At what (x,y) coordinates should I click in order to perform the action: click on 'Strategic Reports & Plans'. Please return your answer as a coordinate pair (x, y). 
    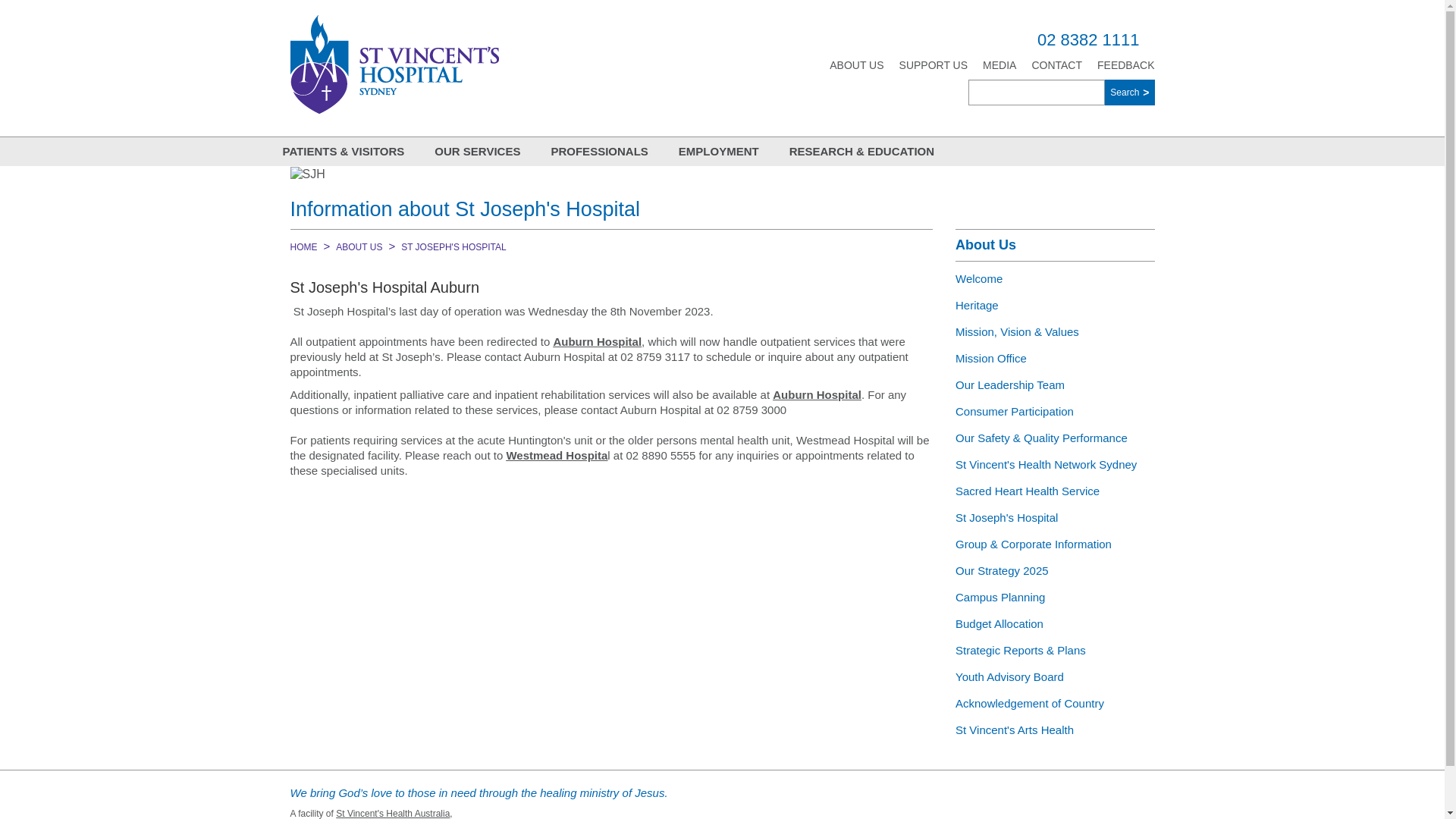
    Looking at the image, I should click on (1054, 649).